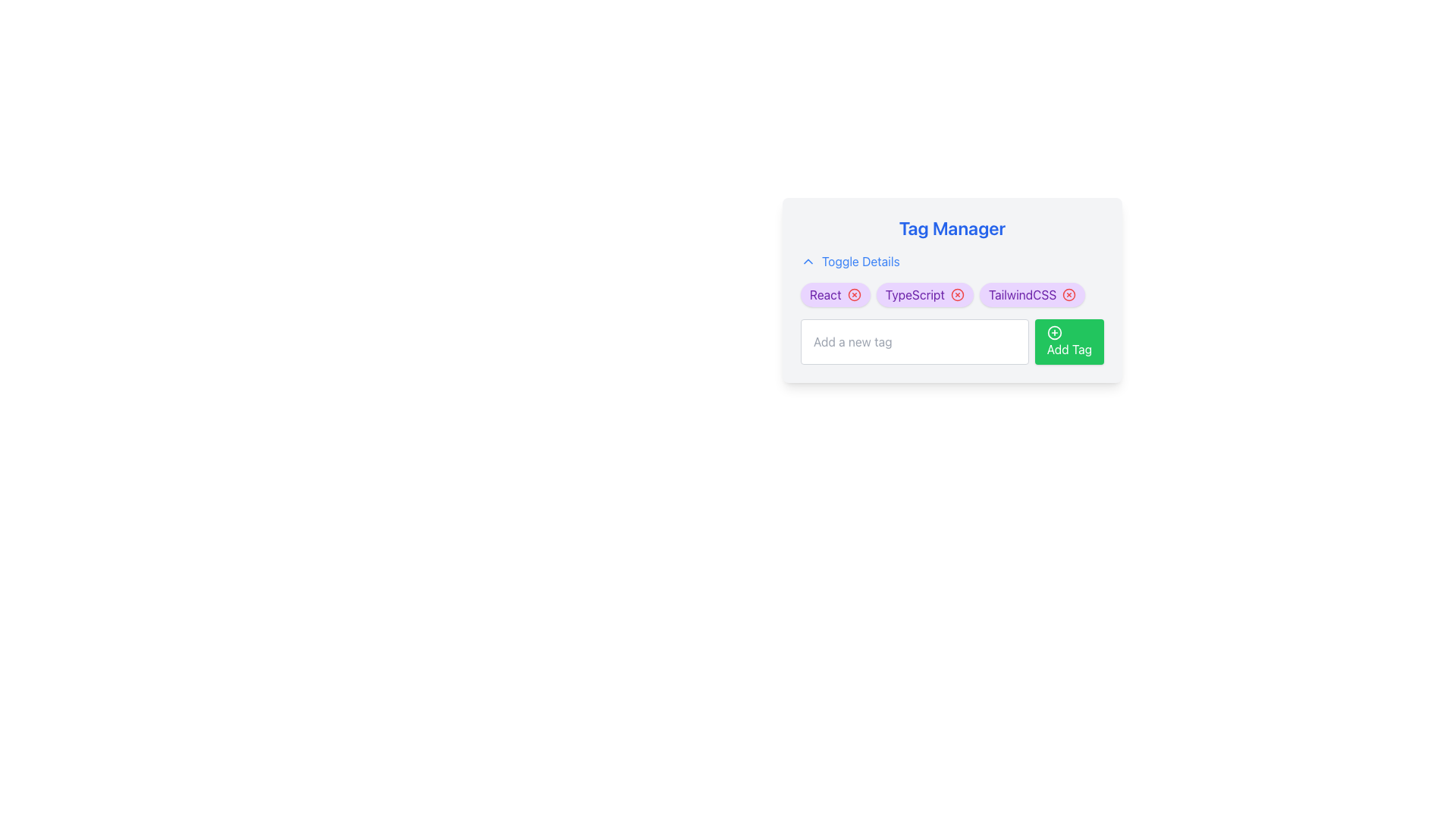 This screenshot has height=819, width=1456. What do you see at coordinates (824, 295) in the screenshot?
I see `the 'React' tag, which is the first element in the horizontal list under the 'Tag Manager' header` at bounding box center [824, 295].